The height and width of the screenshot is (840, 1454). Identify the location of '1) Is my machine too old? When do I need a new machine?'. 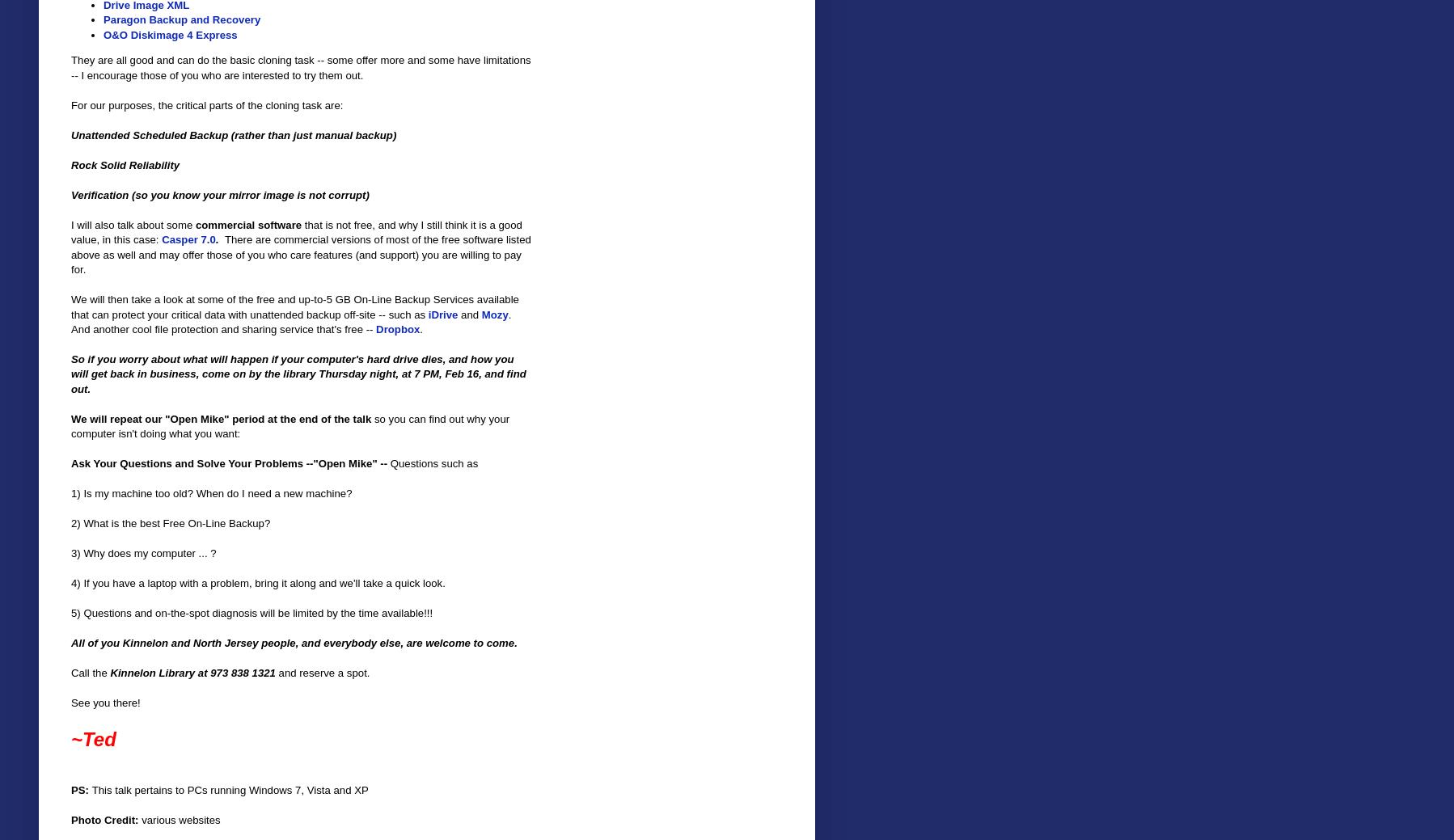
(211, 493).